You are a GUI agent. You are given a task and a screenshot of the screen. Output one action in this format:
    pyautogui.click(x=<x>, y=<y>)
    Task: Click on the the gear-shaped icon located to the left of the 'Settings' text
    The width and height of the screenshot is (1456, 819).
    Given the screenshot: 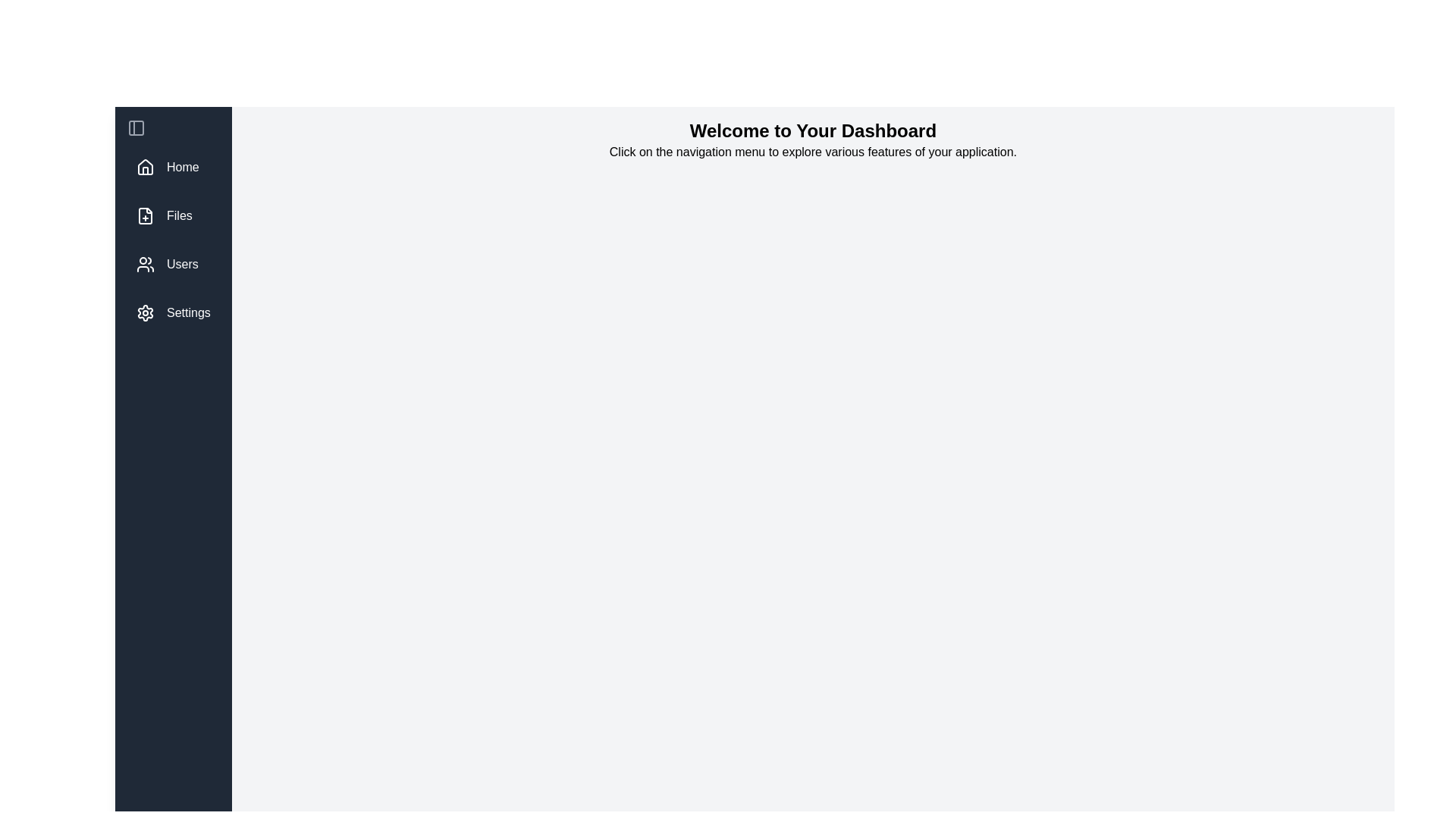 What is the action you would take?
    pyautogui.click(x=146, y=312)
    